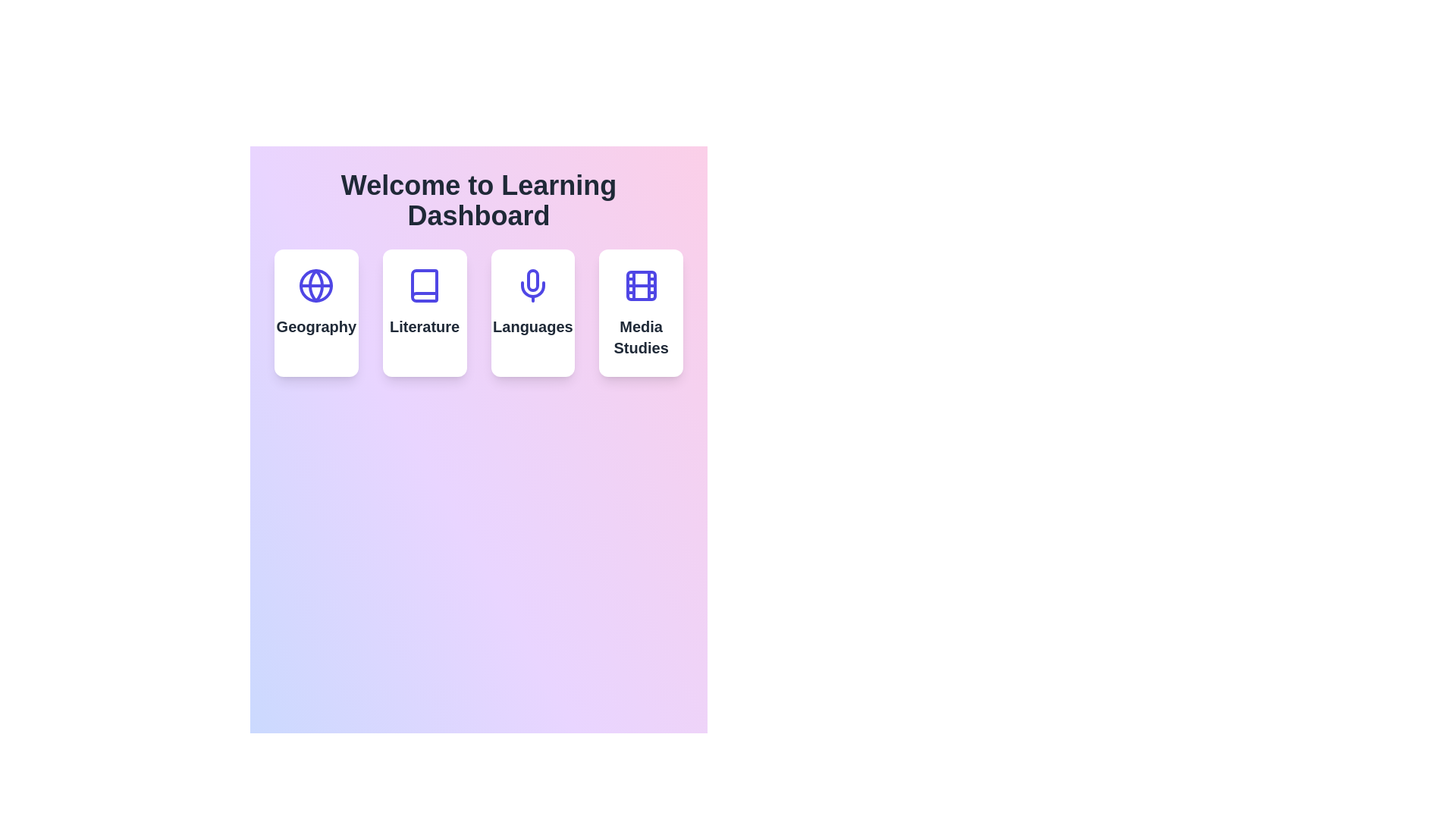 This screenshot has height=819, width=1456. I want to click on the microphone icon located in the 'Languages' section of the third card from the left, which symbolizes communication or audio-related topics, so click(532, 289).